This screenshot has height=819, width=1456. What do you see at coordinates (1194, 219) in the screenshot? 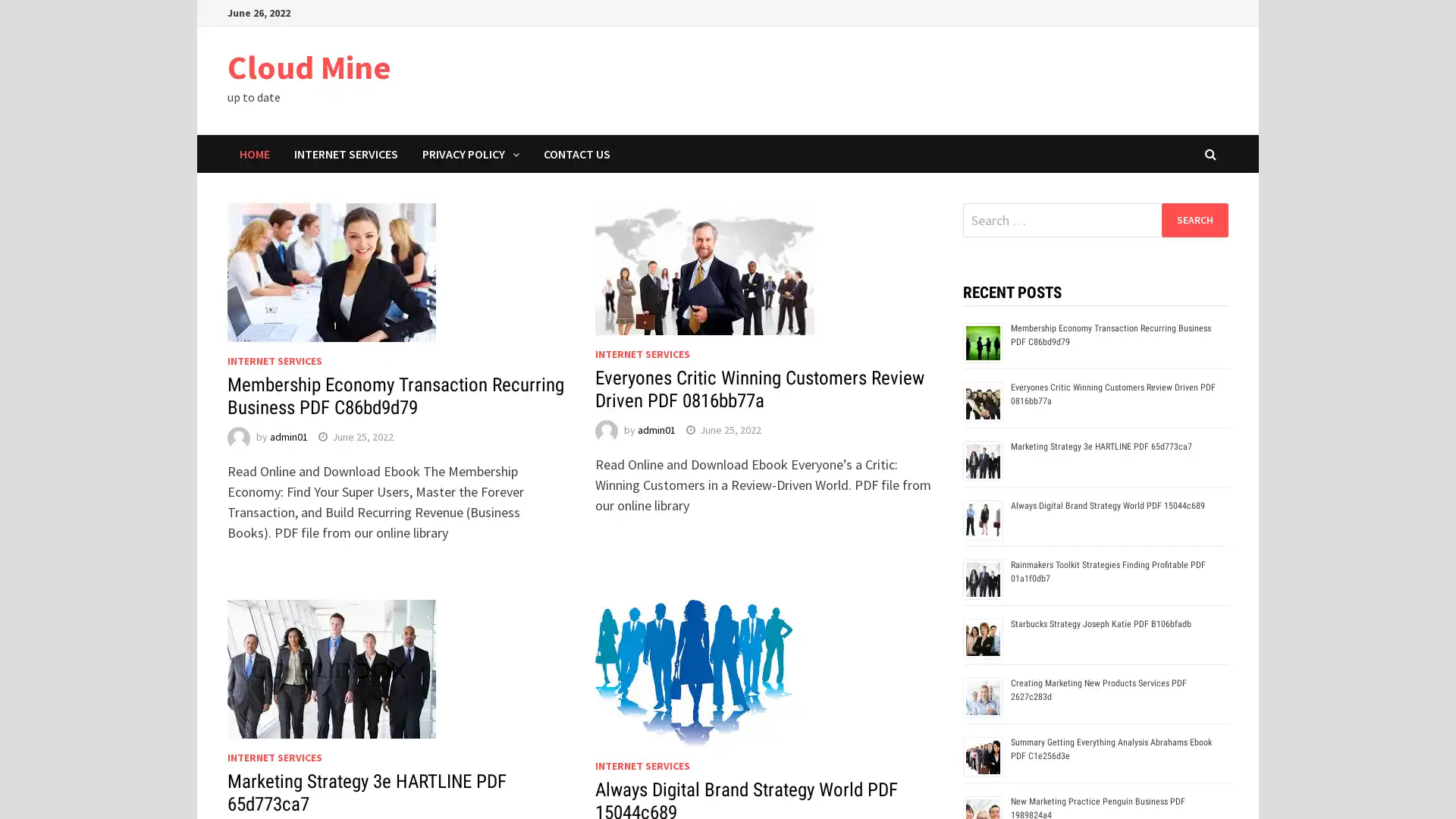
I see `Search` at bounding box center [1194, 219].